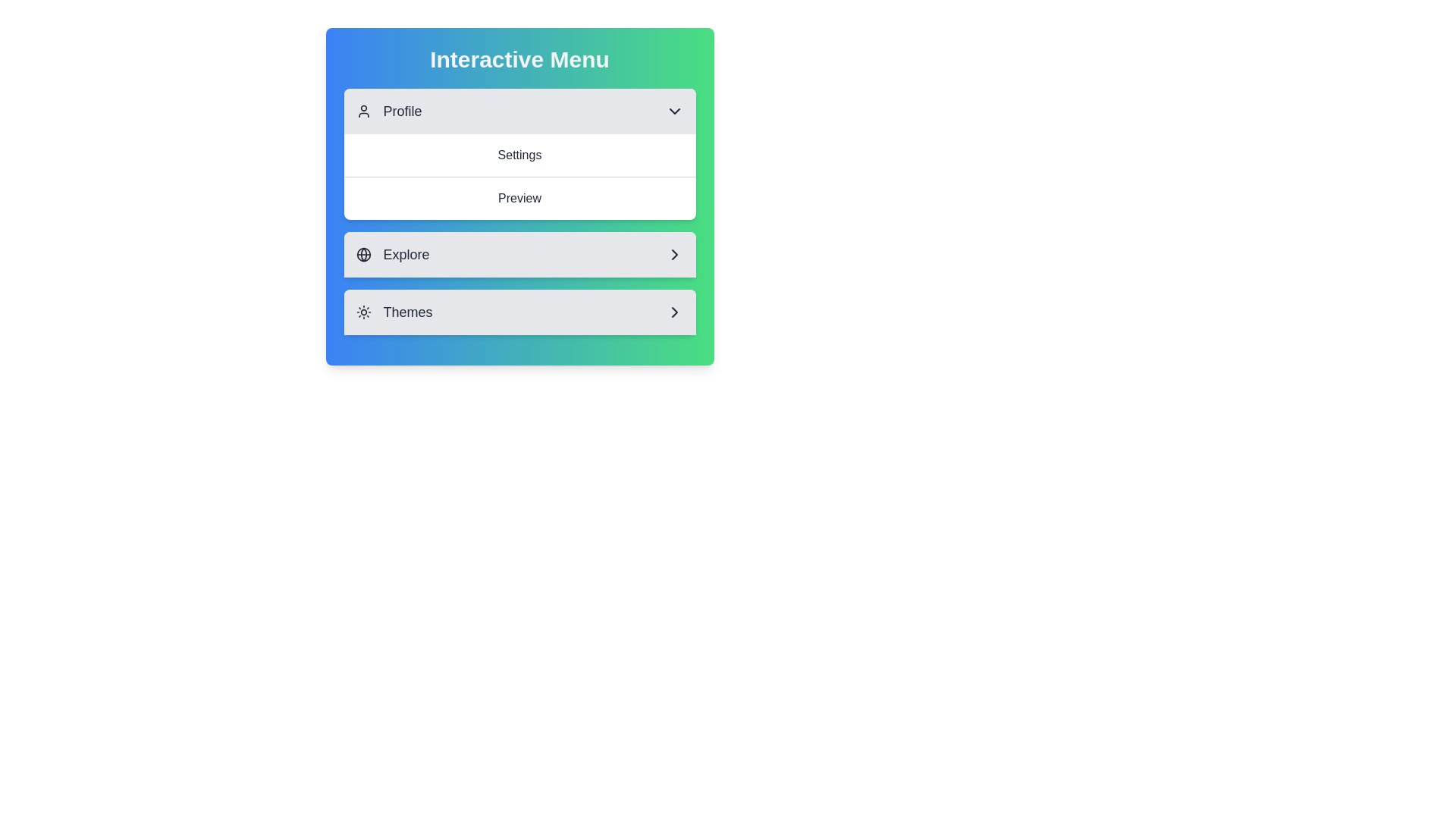 Image resolution: width=1456 pixels, height=819 pixels. I want to click on the text of the selected section: Preview, so click(519, 197).